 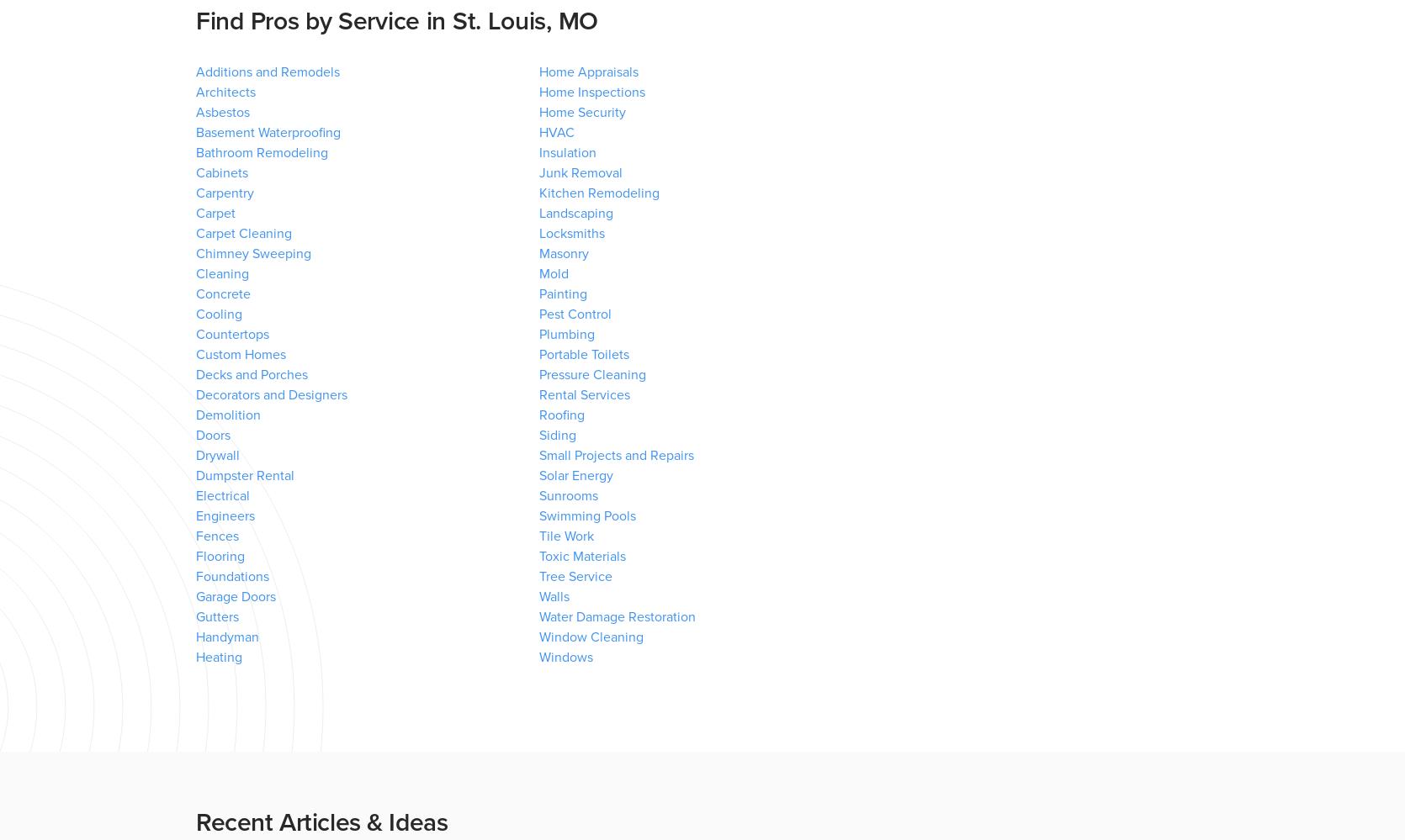 I want to click on 'Demolition', so click(x=195, y=415).